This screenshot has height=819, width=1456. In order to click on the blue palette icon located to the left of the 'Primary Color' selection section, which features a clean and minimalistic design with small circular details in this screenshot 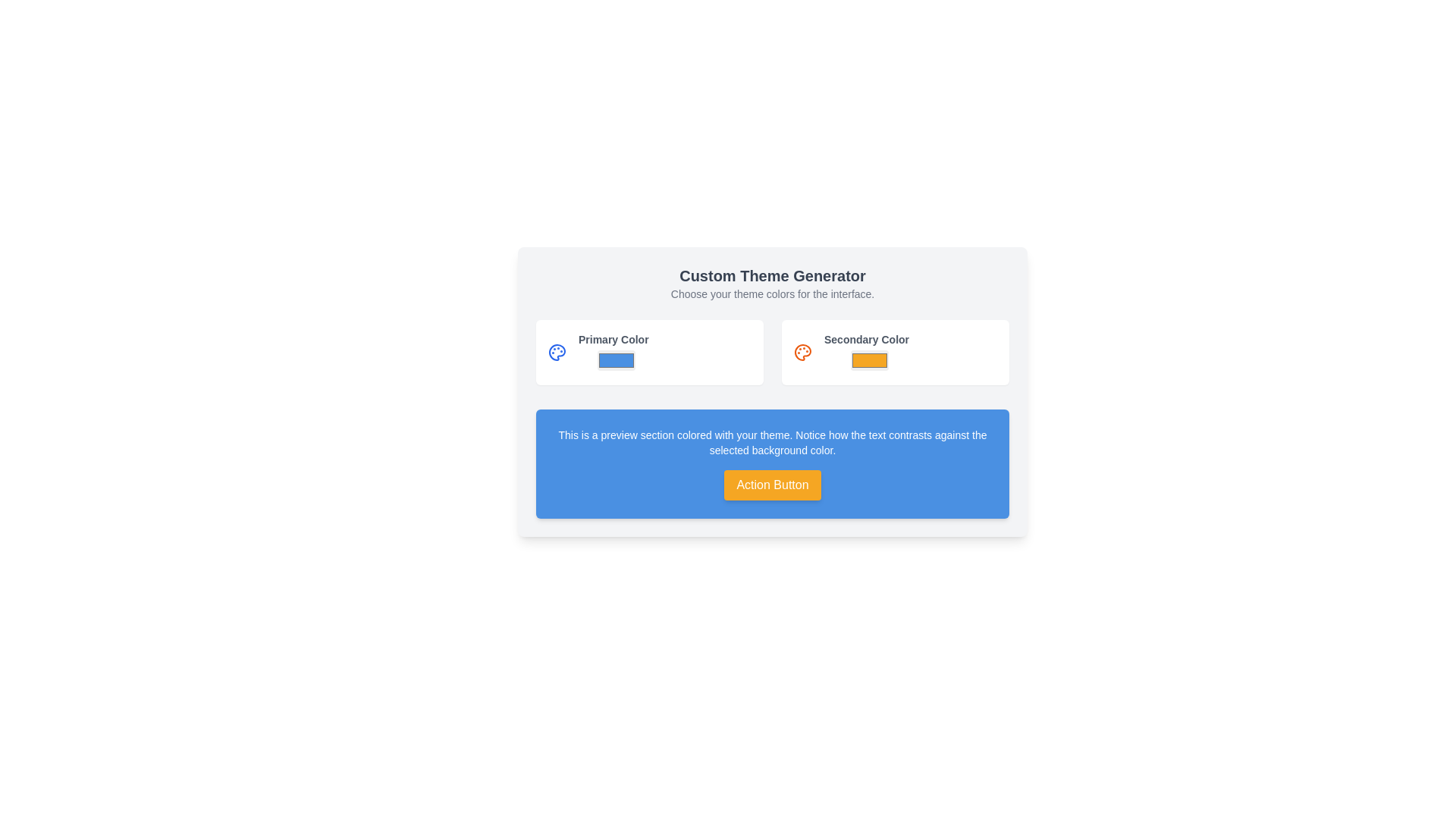, I will do `click(556, 353)`.